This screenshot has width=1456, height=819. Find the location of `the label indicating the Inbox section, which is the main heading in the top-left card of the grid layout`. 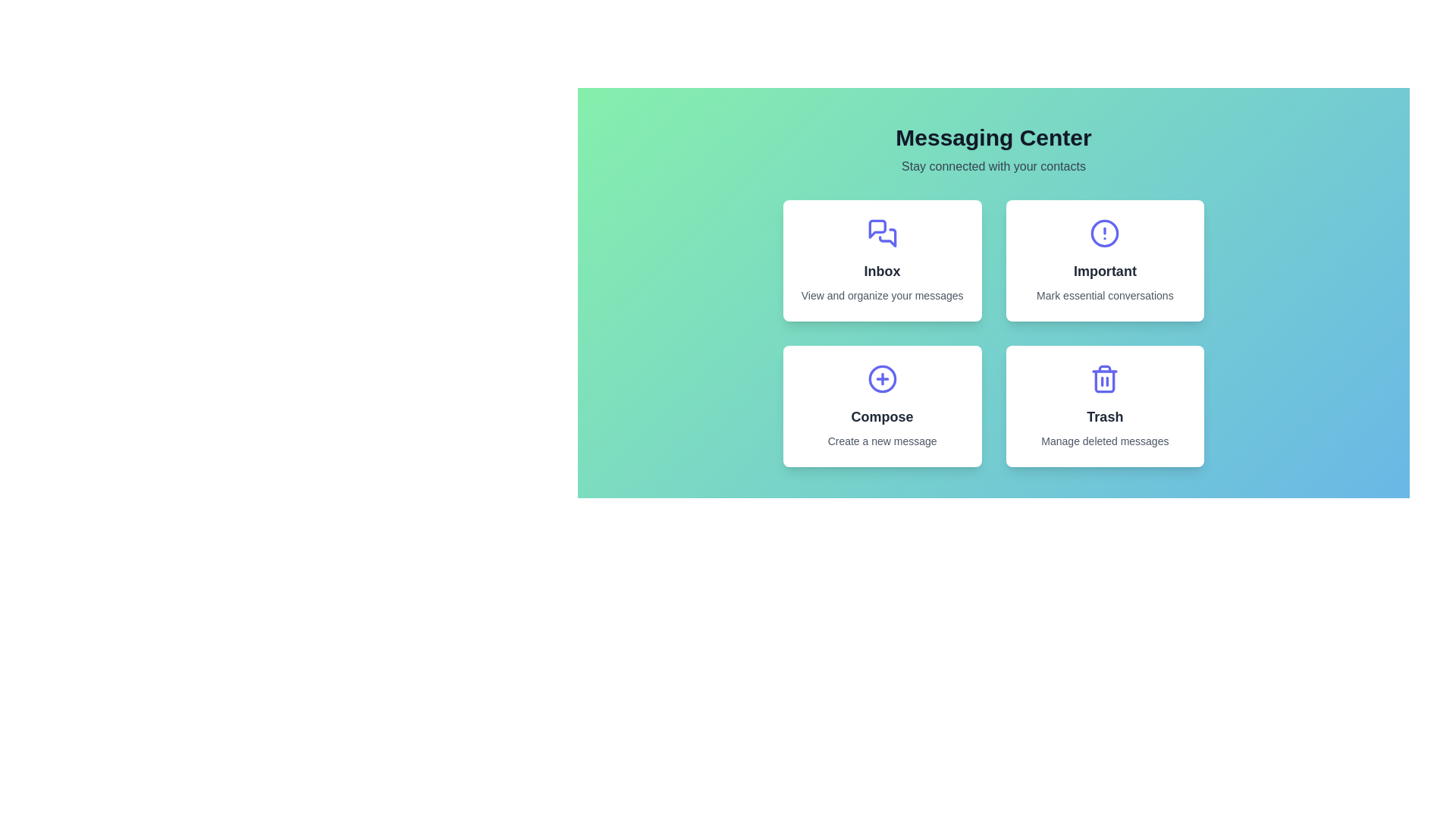

the label indicating the Inbox section, which is the main heading in the top-left card of the grid layout is located at coordinates (882, 271).